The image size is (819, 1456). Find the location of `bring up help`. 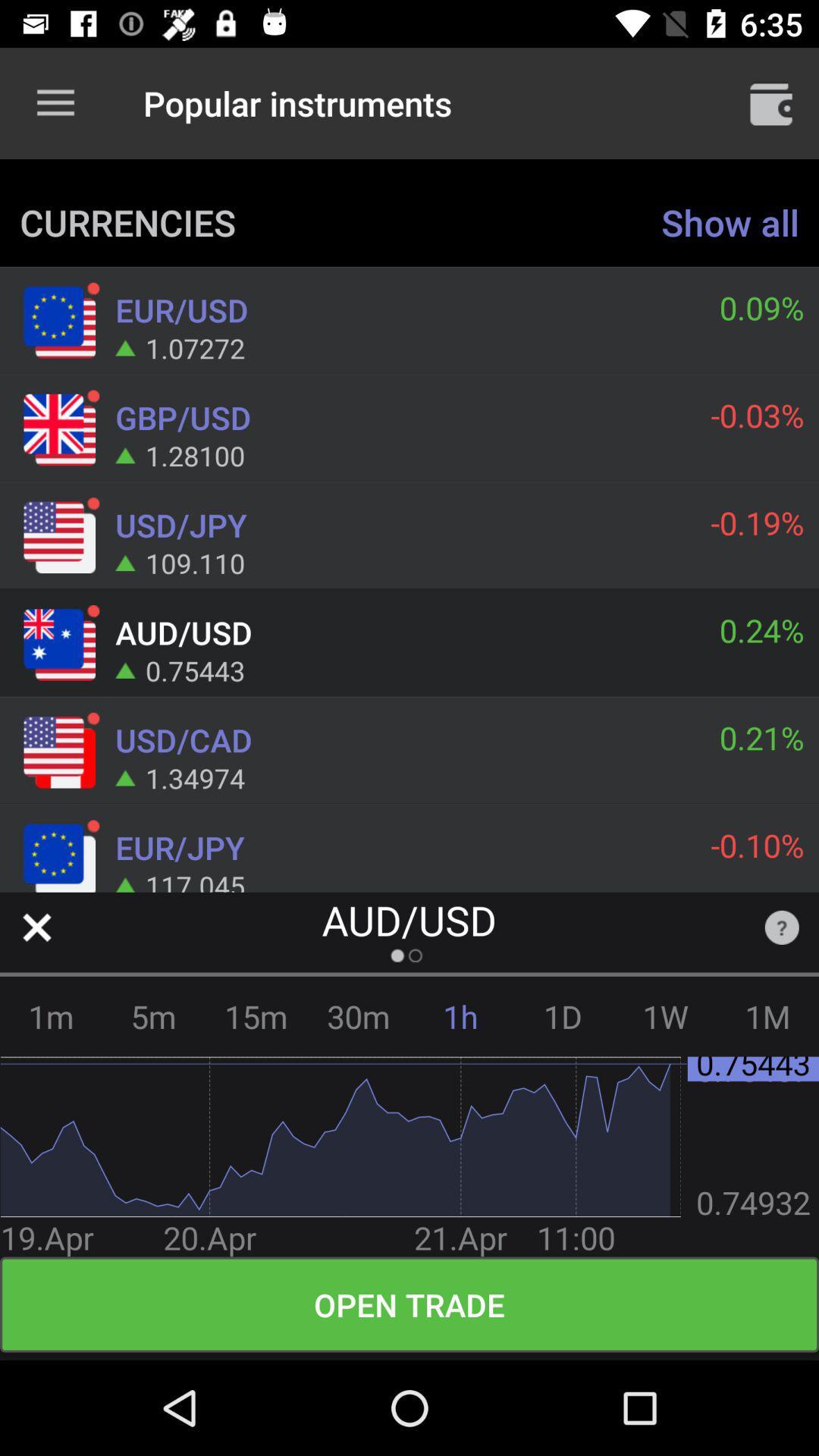

bring up help is located at coordinates (782, 927).